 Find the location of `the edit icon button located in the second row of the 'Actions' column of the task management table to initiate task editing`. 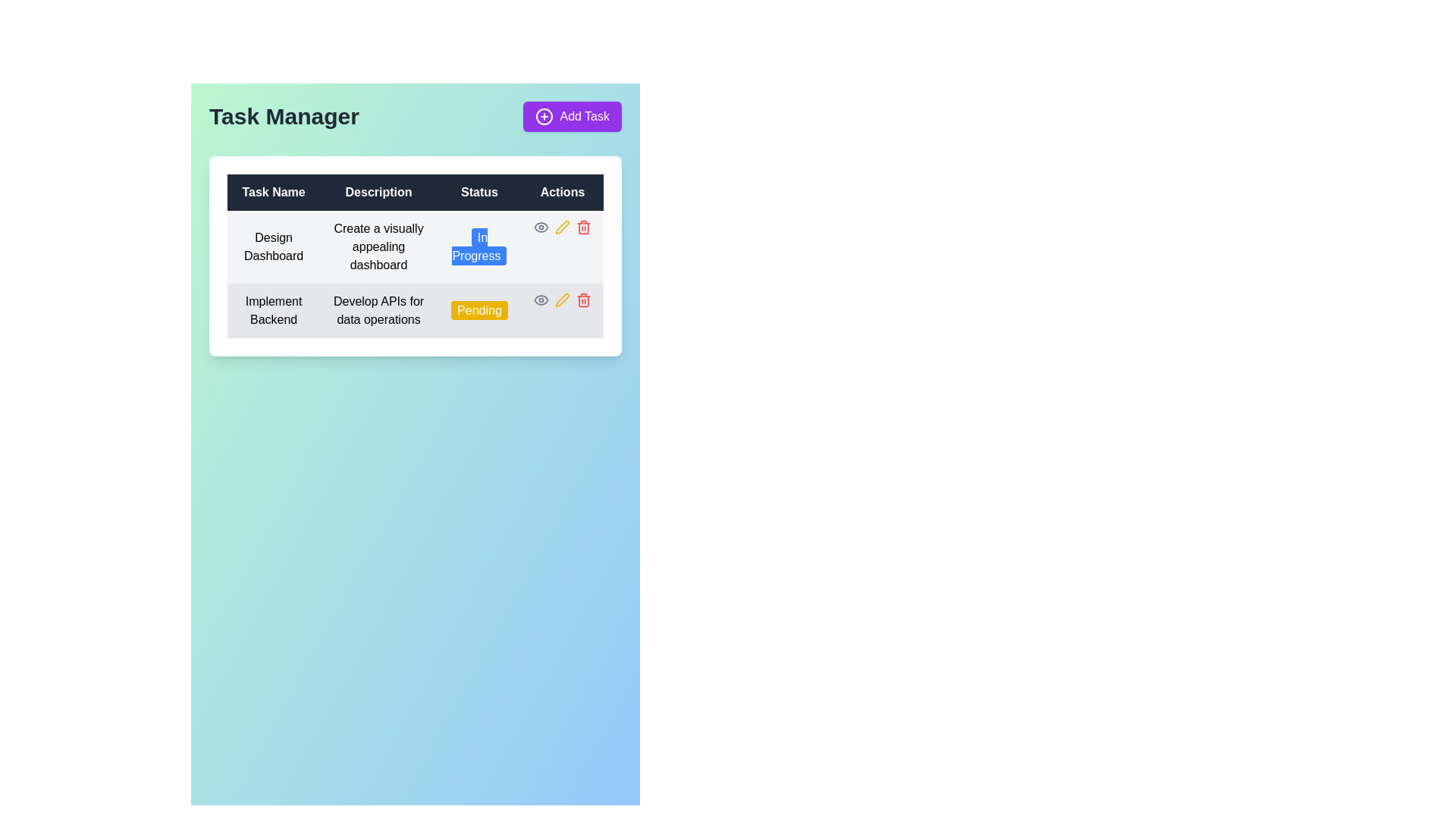

the edit icon button located in the second row of the 'Actions' column of the task management table to initiate task editing is located at coordinates (561, 227).